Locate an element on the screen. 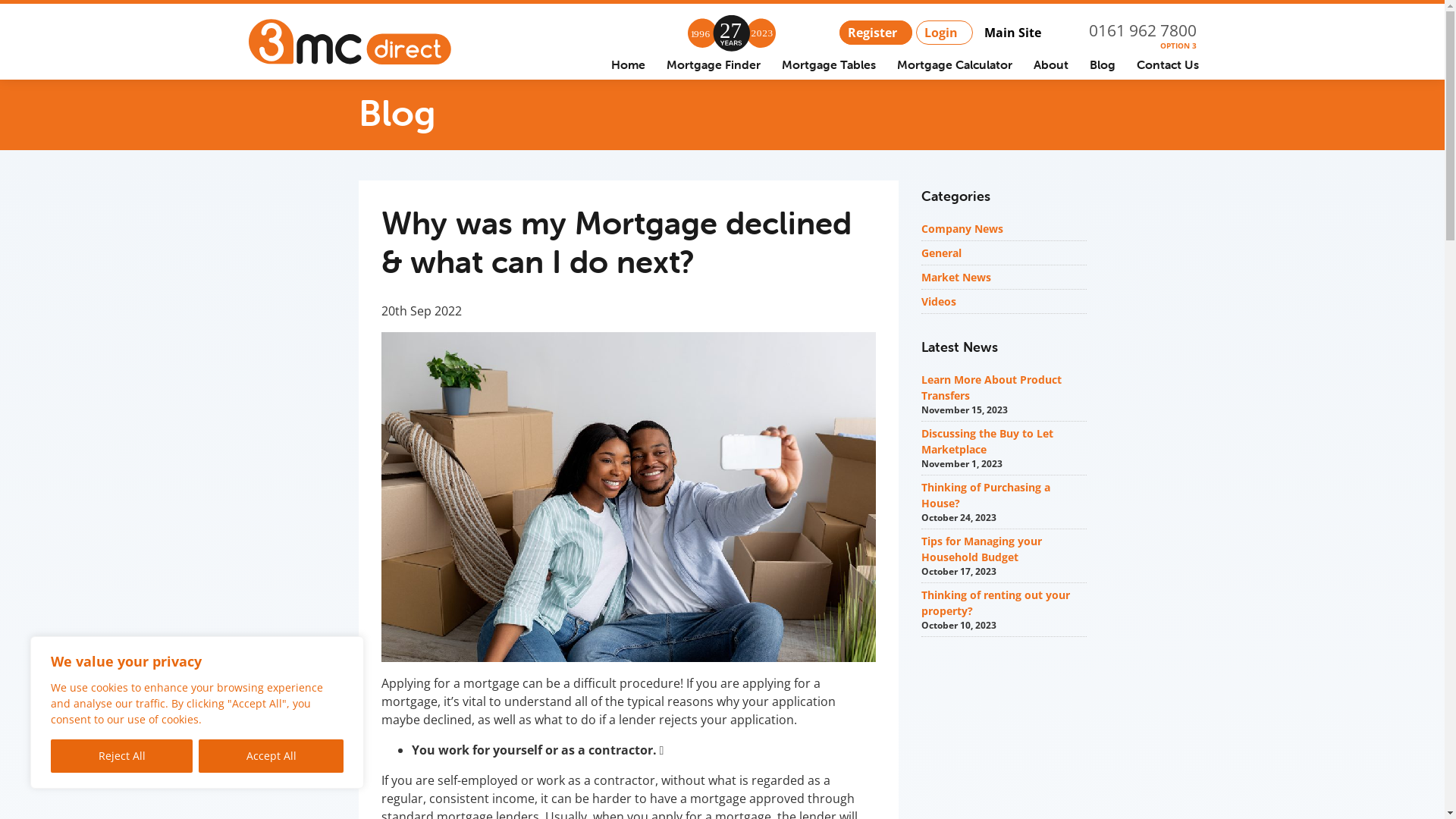 Image resolution: width=1456 pixels, height=819 pixels. 'Blog' is located at coordinates (1102, 63).